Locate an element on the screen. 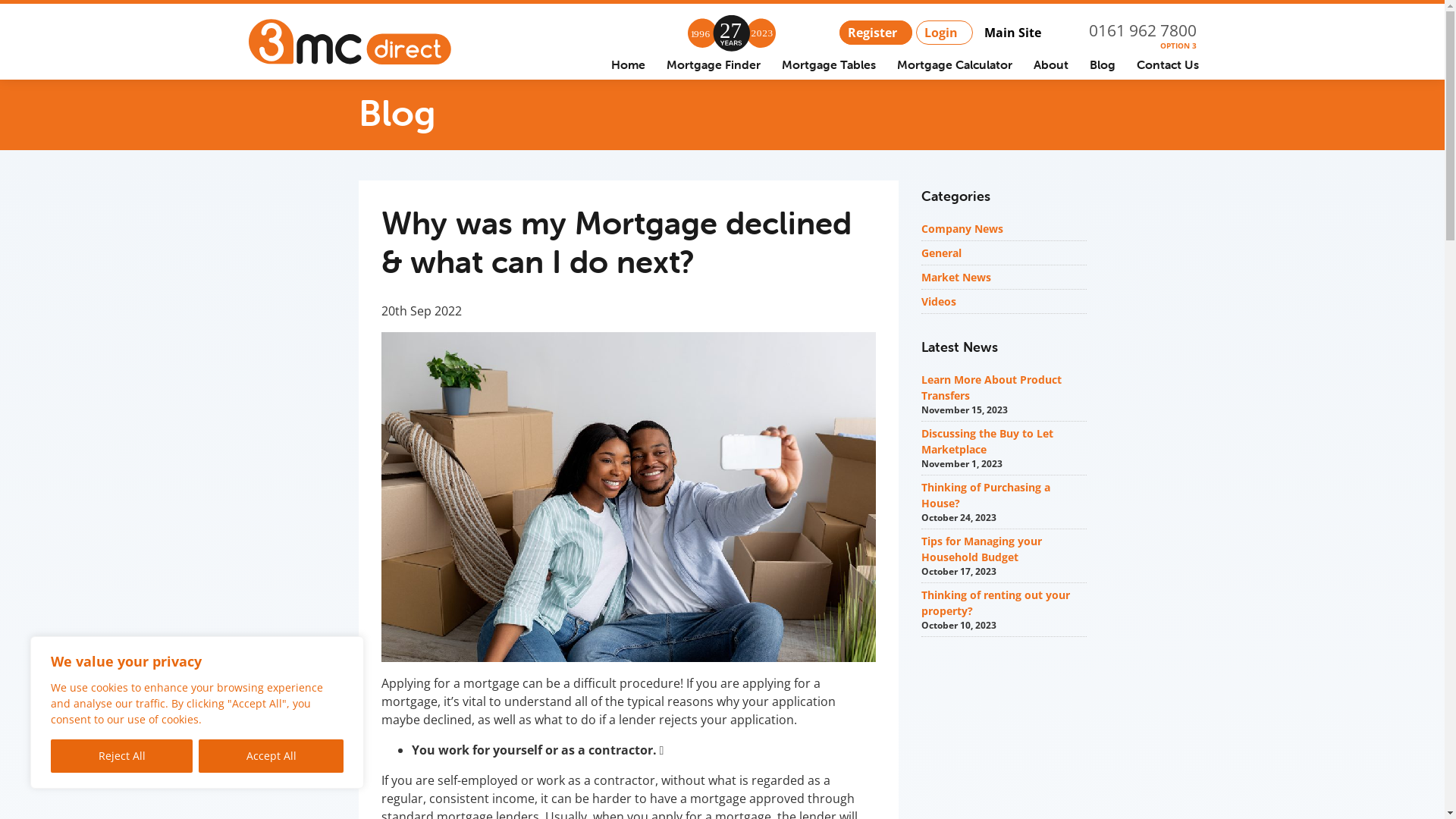 Image resolution: width=1456 pixels, height=819 pixels. 'Blog' is located at coordinates (1102, 63).